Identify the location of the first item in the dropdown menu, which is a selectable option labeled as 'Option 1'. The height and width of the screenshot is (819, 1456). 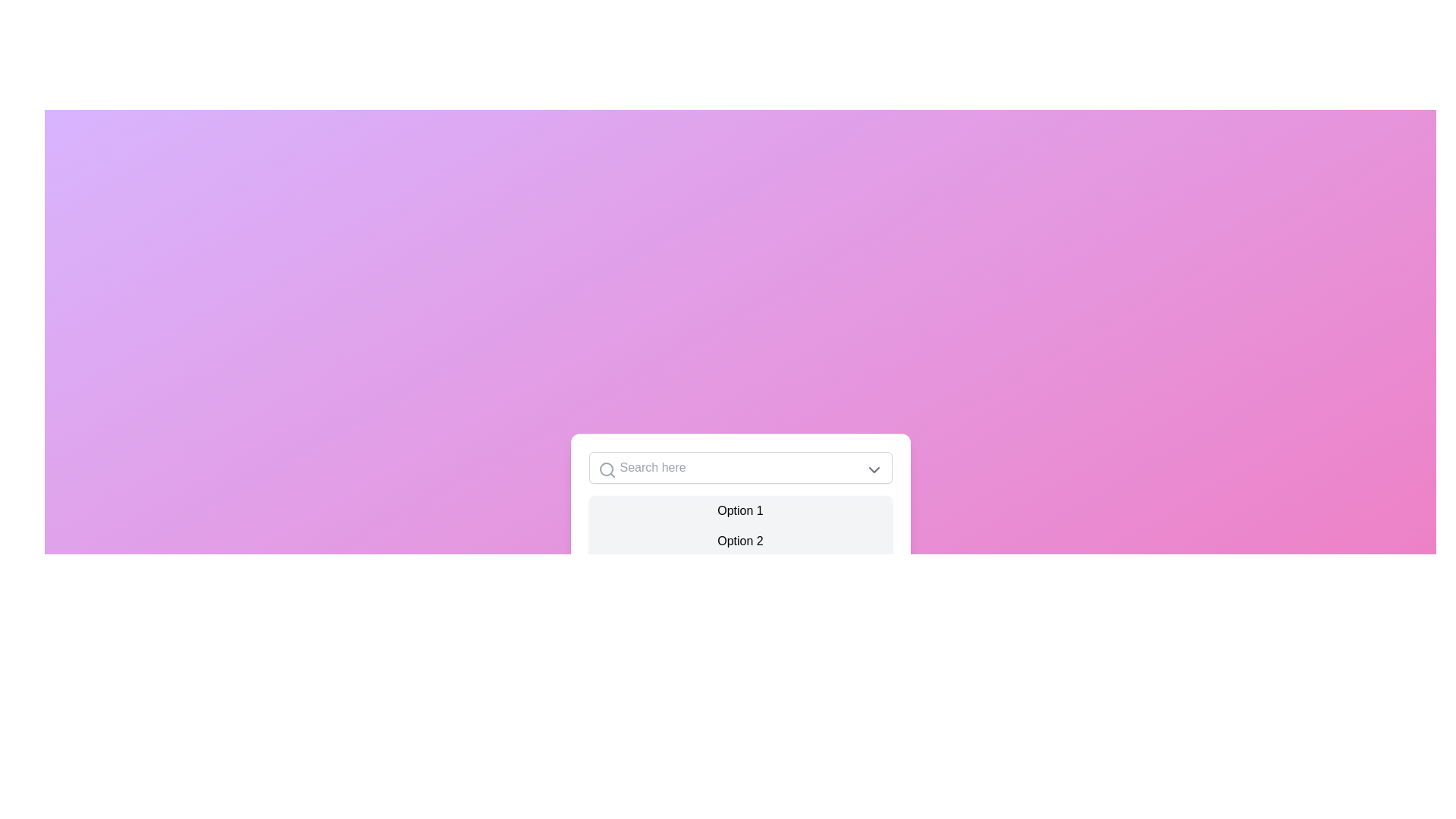
(740, 511).